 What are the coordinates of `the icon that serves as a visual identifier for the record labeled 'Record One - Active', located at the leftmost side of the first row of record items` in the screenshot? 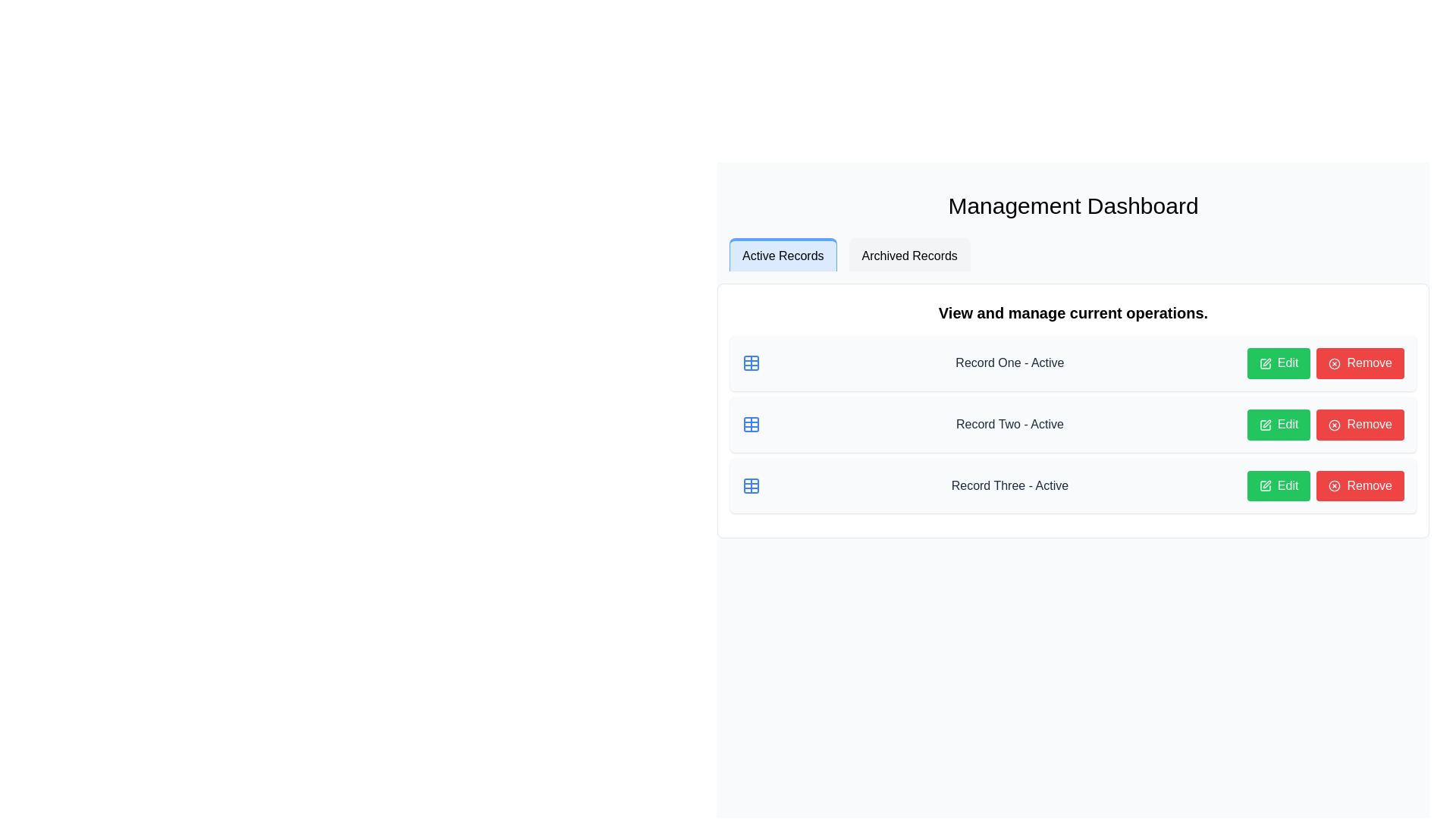 It's located at (751, 362).